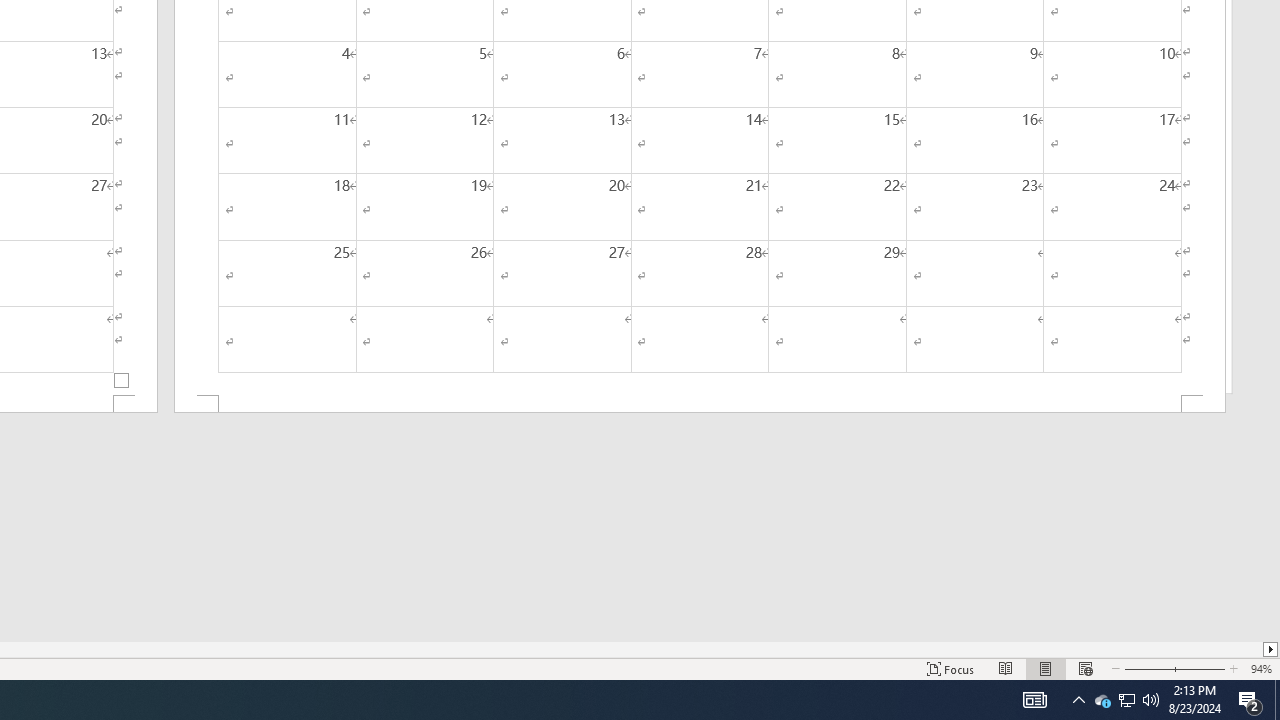 This screenshot has width=1280, height=720. What do you see at coordinates (950, 669) in the screenshot?
I see `'Focus '` at bounding box center [950, 669].